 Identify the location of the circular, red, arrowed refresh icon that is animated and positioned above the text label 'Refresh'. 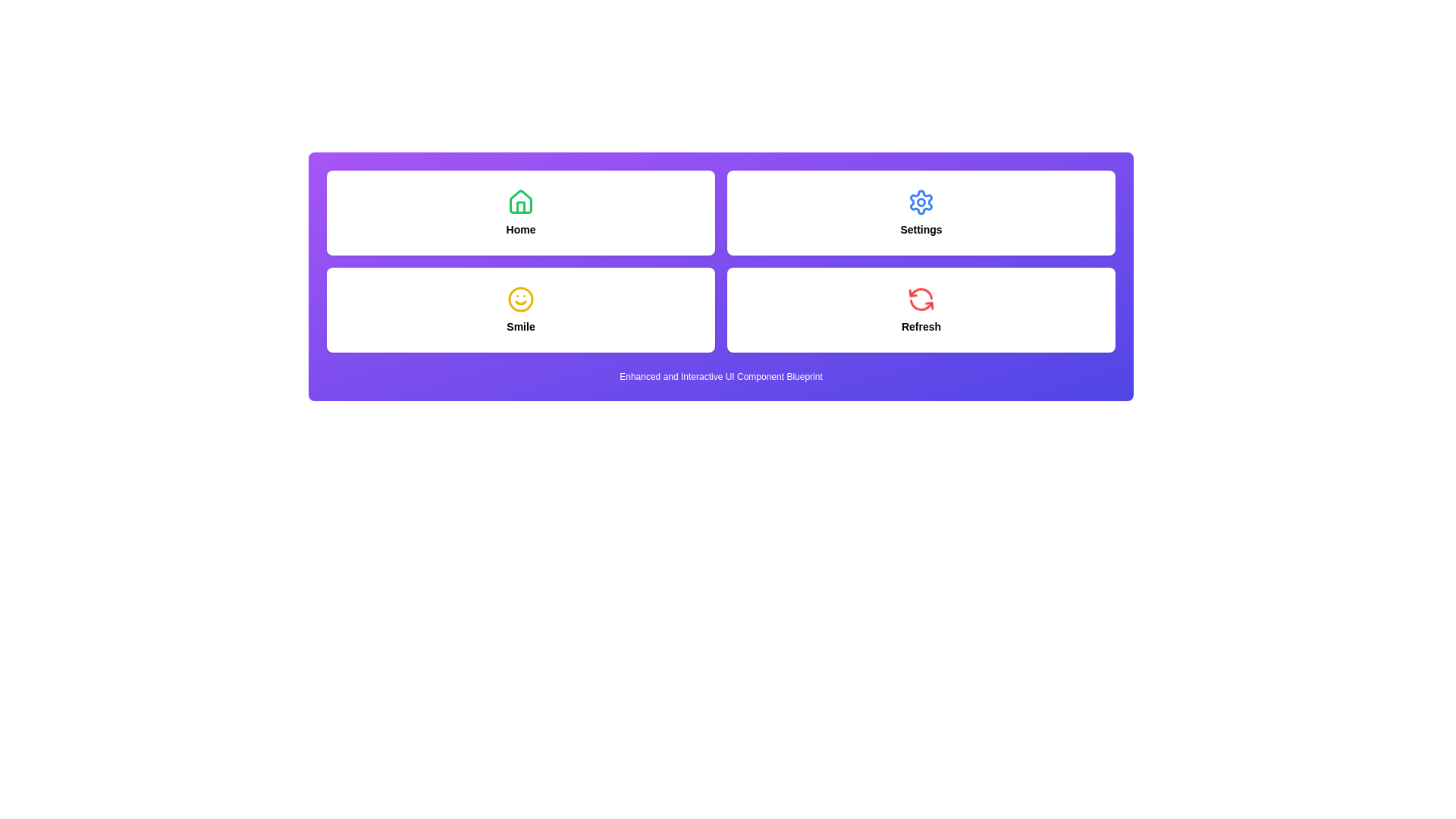
(920, 299).